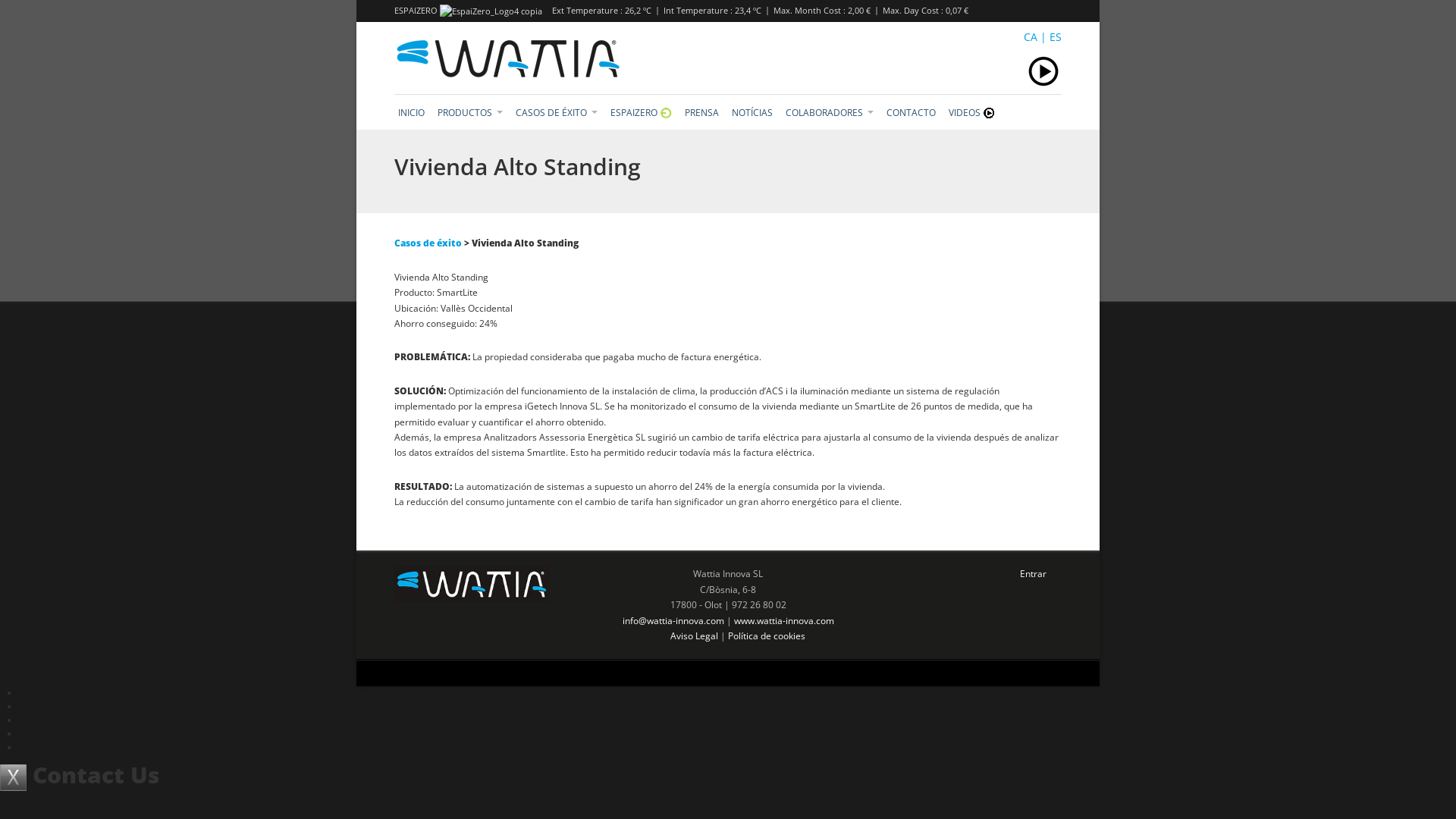 The height and width of the screenshot is (819, 1456). Describe the element at coordinates (701, 108) in the screenshot. I see `'PRENSA'` at that location.